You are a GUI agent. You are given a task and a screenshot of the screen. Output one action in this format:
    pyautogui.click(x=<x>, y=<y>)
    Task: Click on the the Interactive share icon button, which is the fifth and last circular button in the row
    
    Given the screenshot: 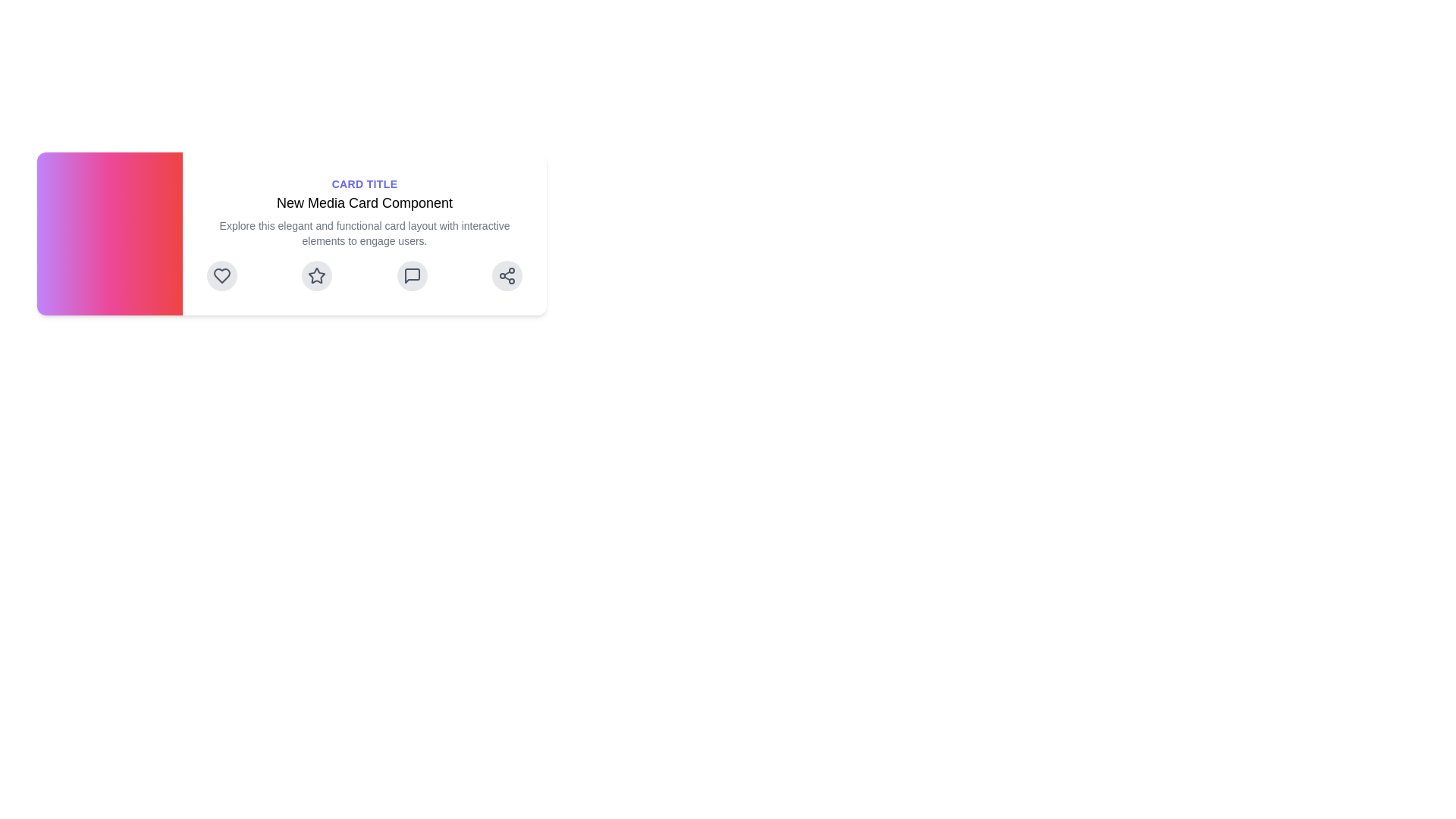 What is the action you would take?
    pyautogui.click(x=507, y=275)
    